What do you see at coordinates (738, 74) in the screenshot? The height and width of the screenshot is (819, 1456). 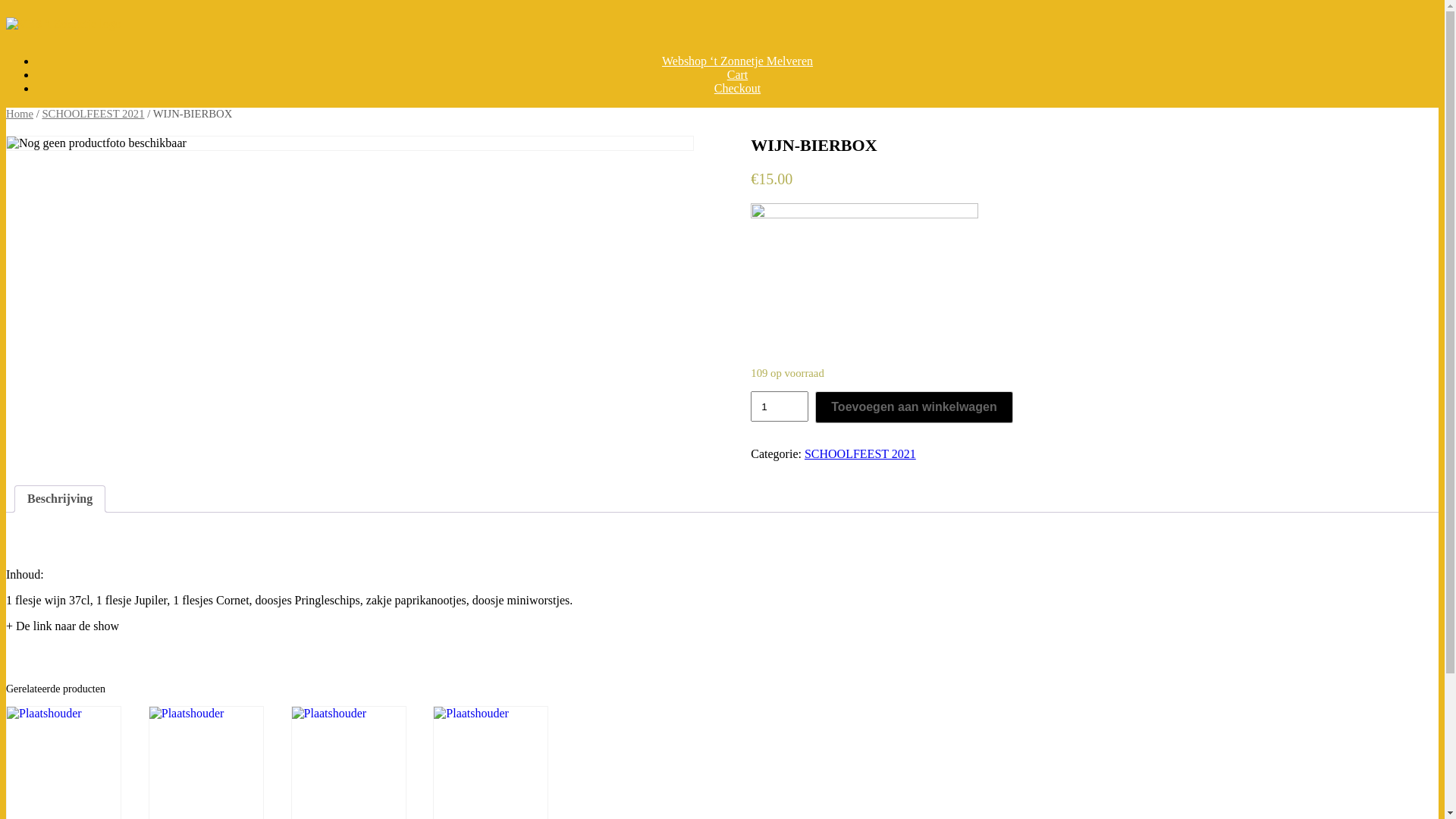 I see `'Cart'` at bounding box center [738, 74].